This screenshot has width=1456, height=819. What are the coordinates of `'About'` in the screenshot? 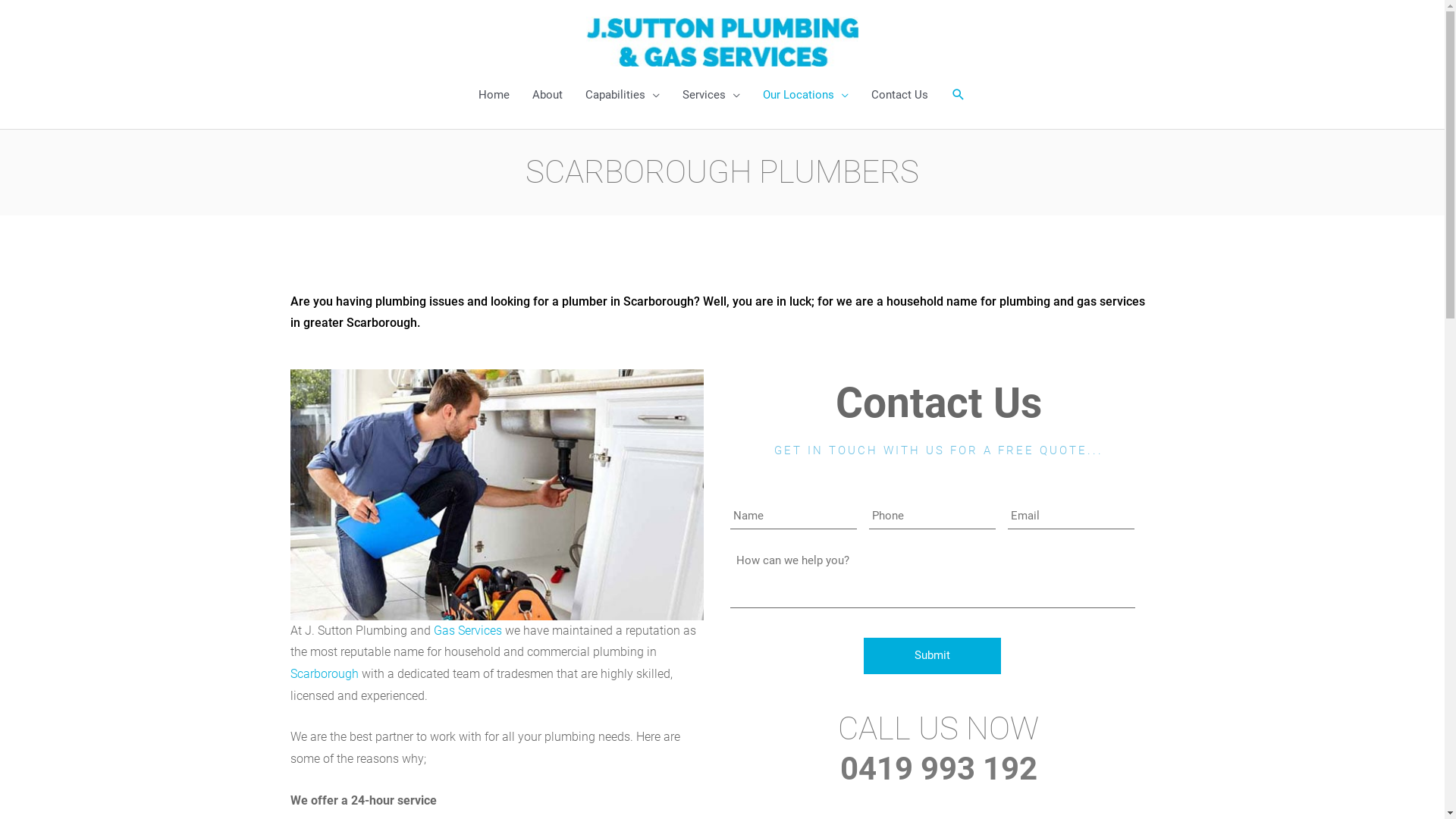 It's located at (546, 94).